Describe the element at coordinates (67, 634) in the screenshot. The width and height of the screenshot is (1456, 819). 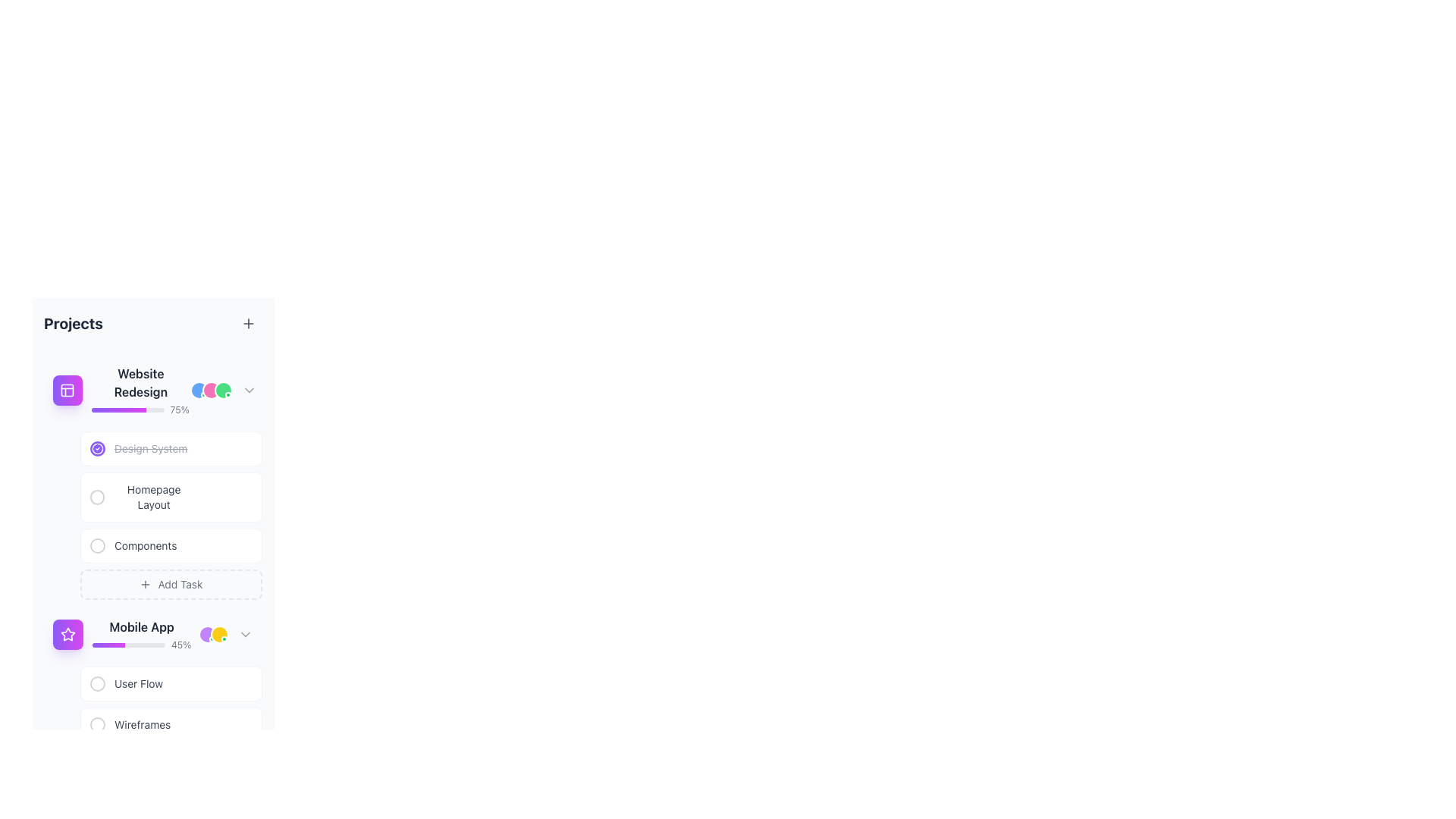
I see `the star-shaped icon with a hollow outline located in the sidebar next to the 'Mobile App' project item` at that location.